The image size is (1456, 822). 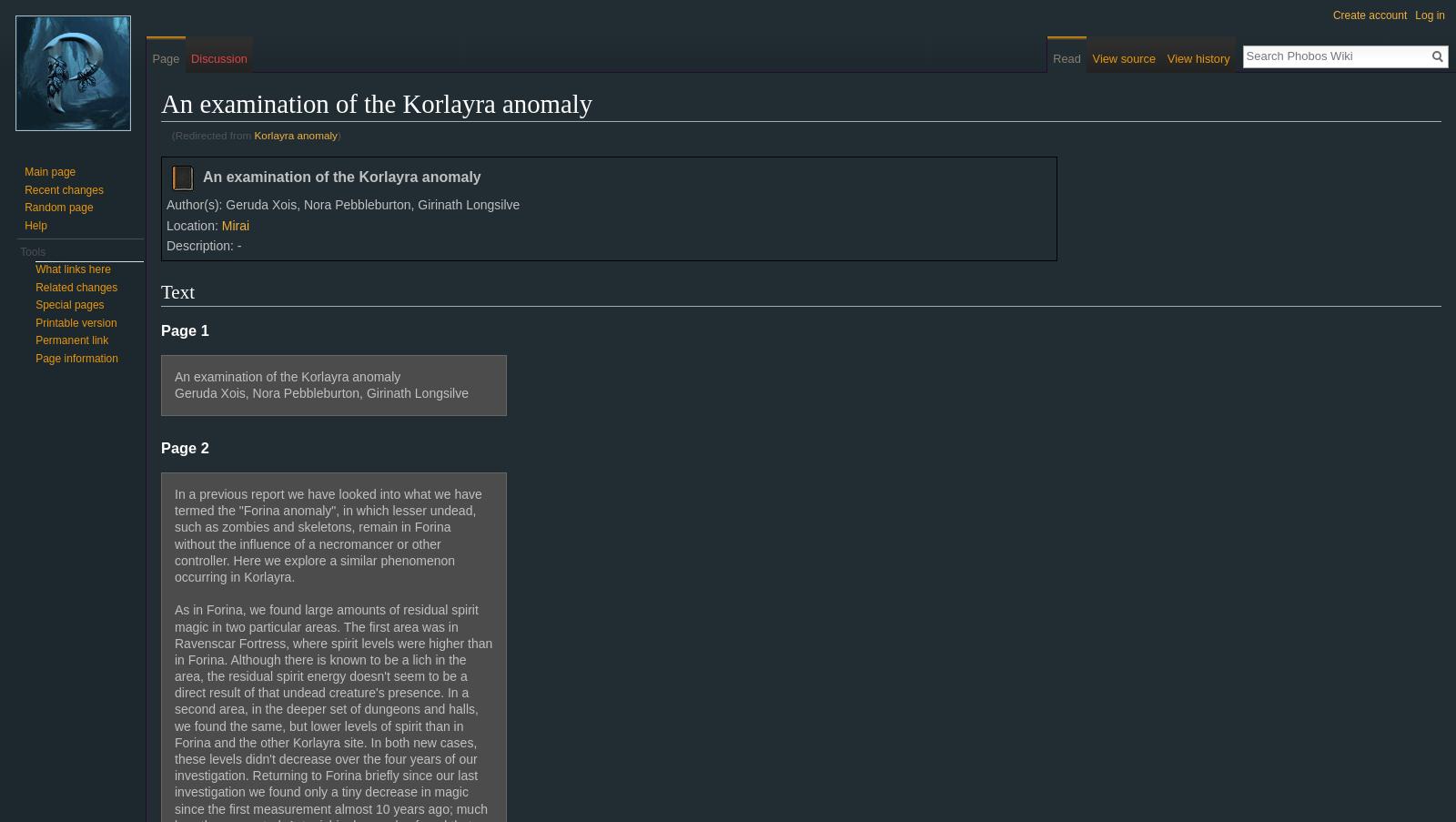 I want to click on 'Mirai', so click(x=221, y=224).